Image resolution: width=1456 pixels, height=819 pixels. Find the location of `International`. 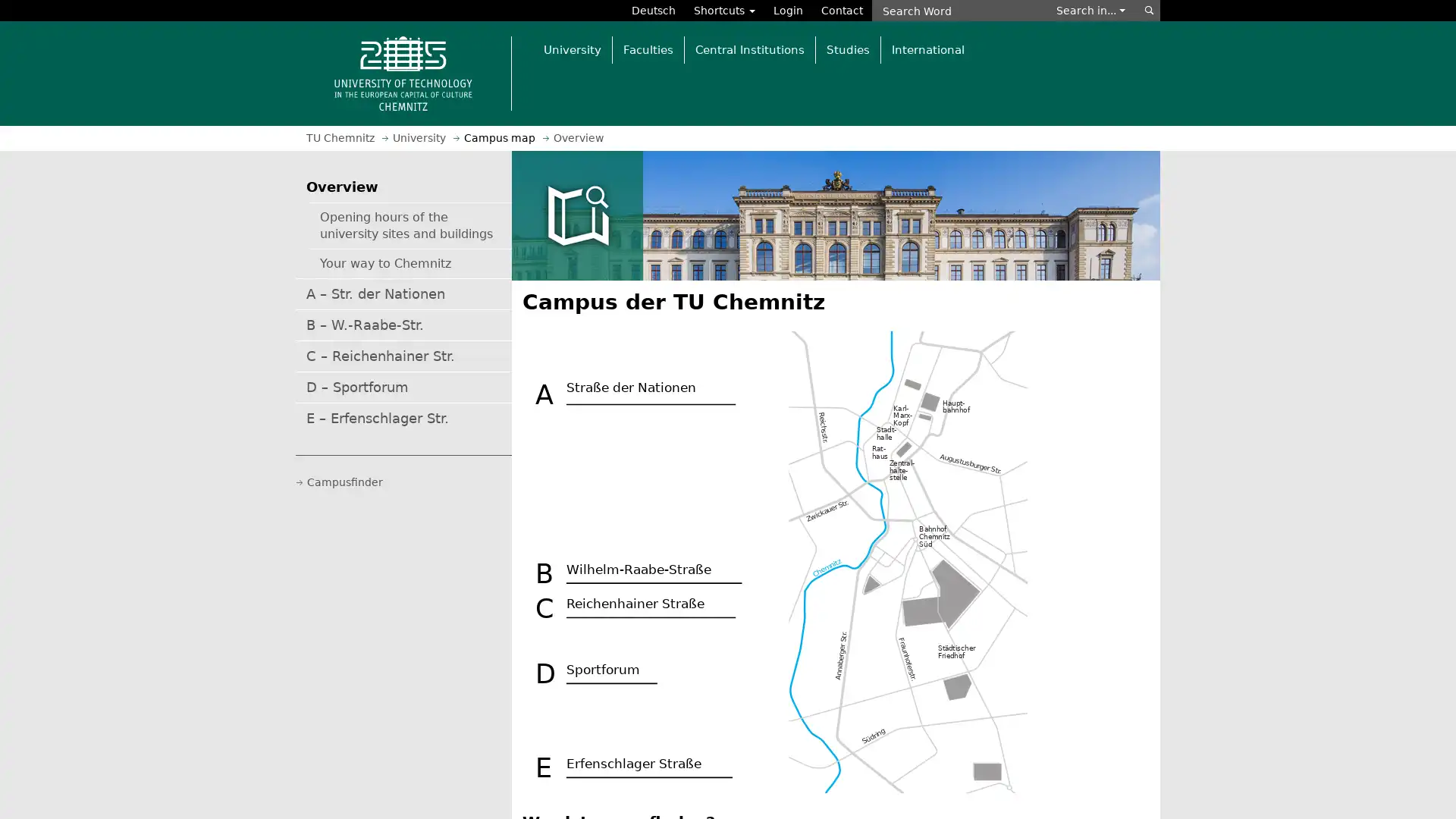

International is located at coordinates (927, 49).